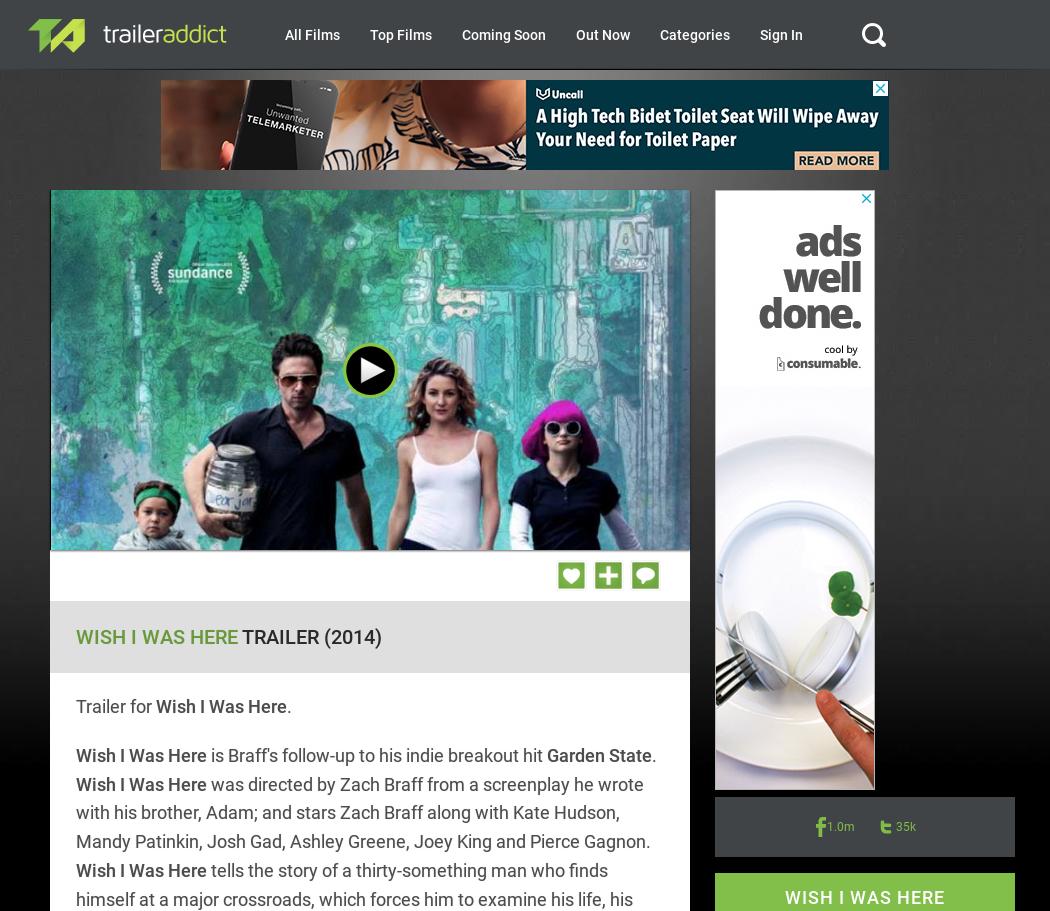  I want to click on '00:00', so click(242, 530).